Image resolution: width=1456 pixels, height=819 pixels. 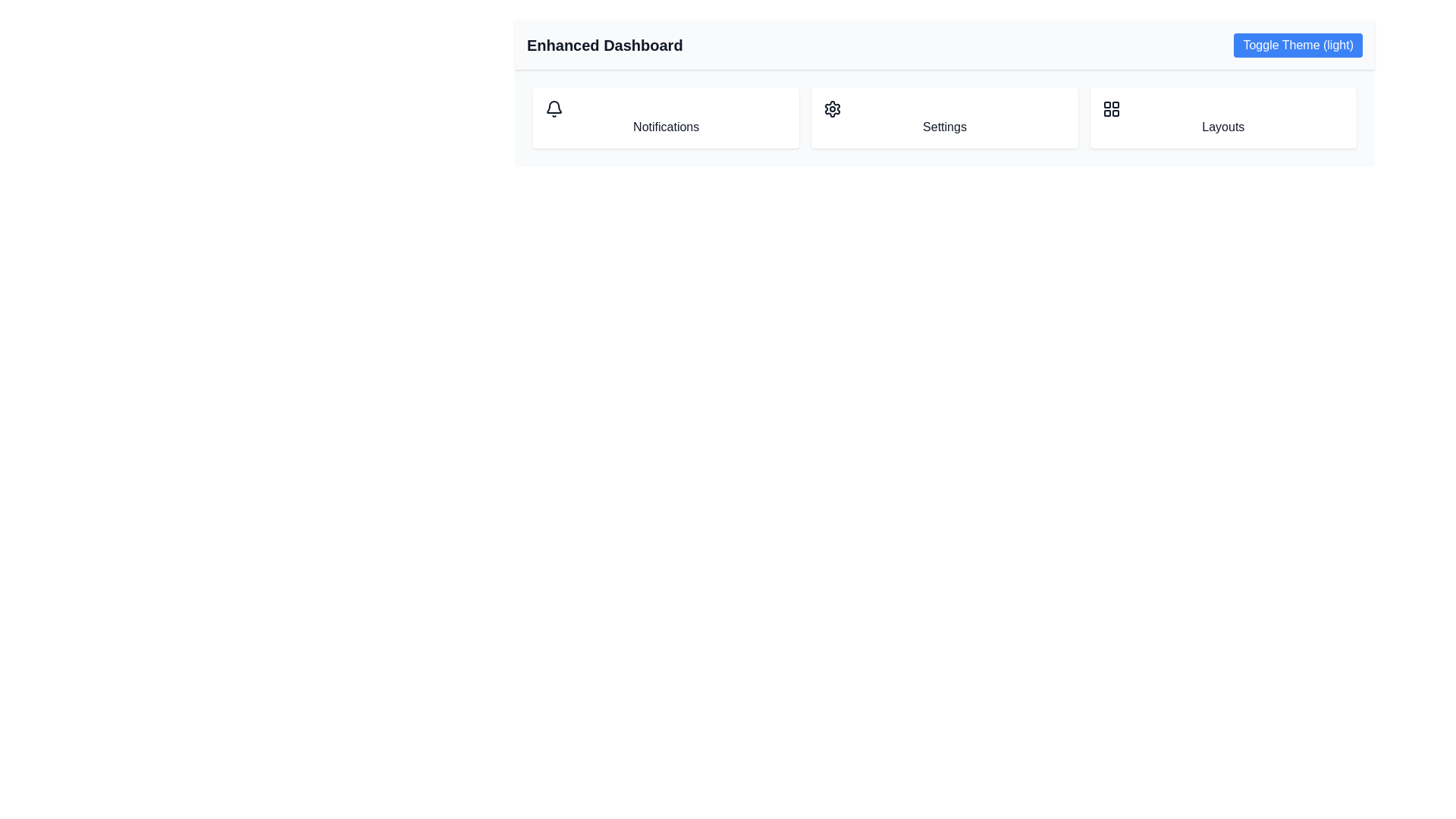 I want to click on the theme toggle button located at the top-right corner of the interface, near the 'Enhanced Dashboard' text, to switch between light and dark modes, so click(x=1298, y=45).